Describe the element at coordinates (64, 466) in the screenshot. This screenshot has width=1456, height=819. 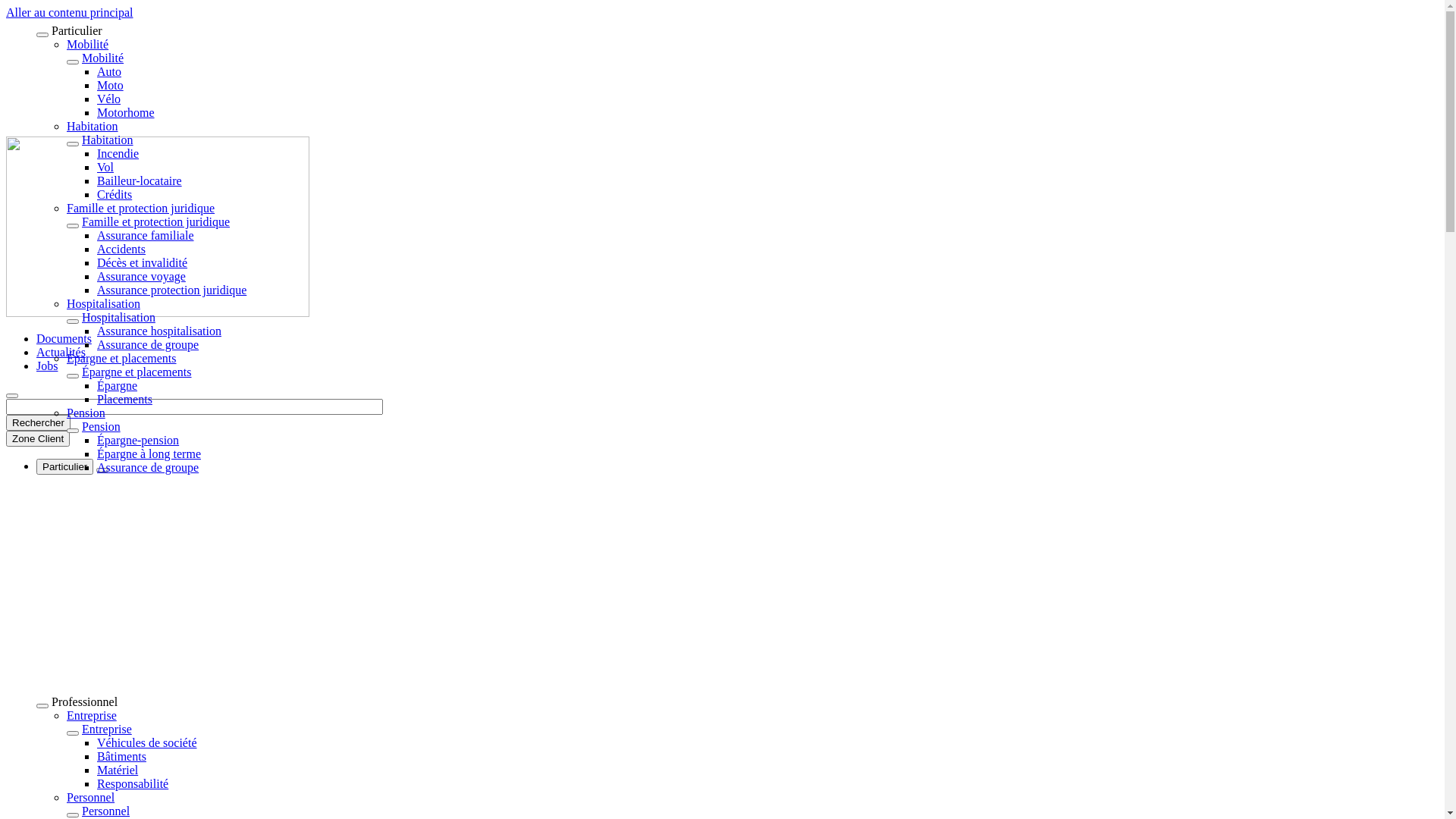
I see `'Particulier'` at that location.